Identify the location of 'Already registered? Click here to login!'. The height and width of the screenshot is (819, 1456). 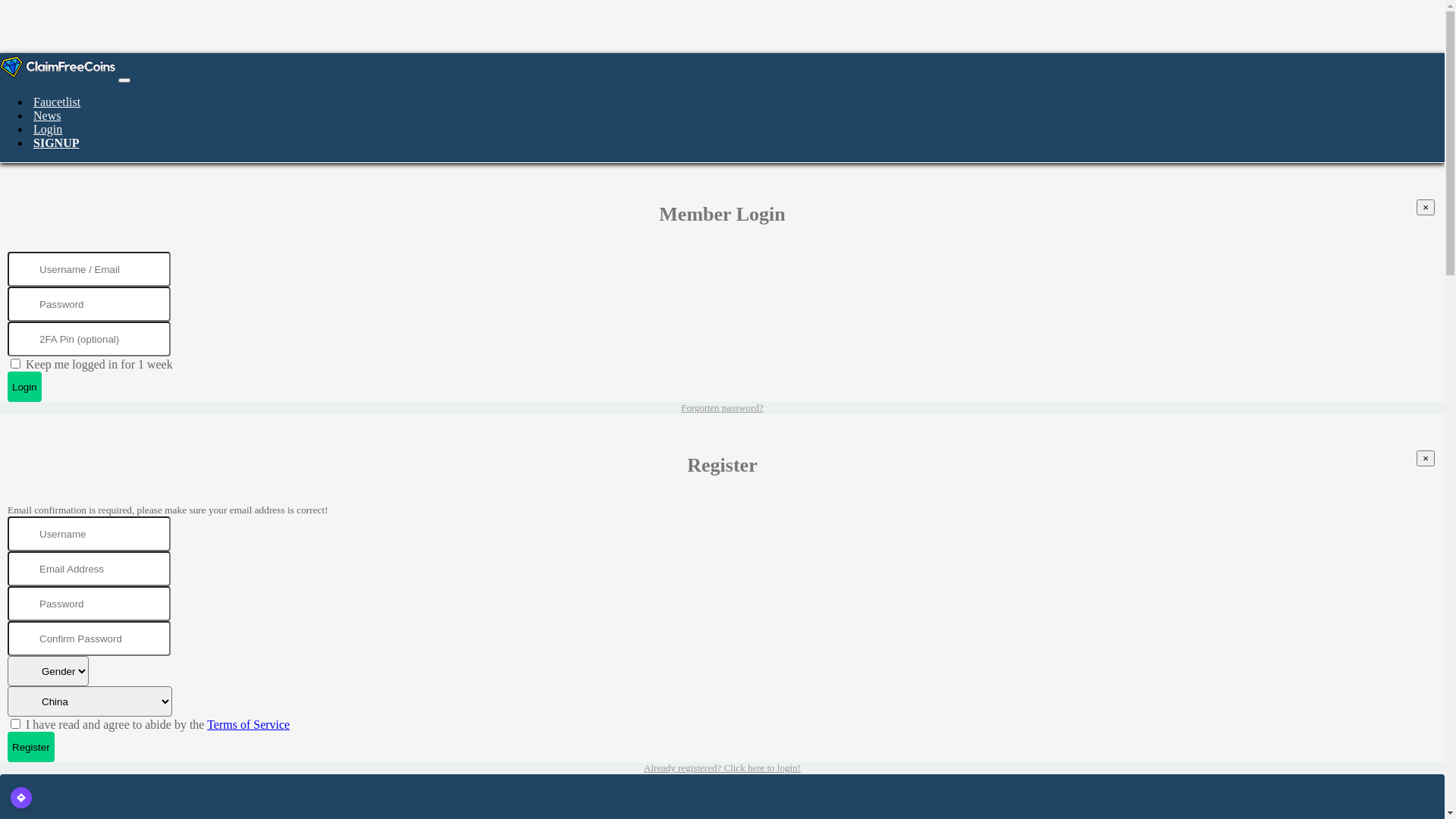
(721, 767).